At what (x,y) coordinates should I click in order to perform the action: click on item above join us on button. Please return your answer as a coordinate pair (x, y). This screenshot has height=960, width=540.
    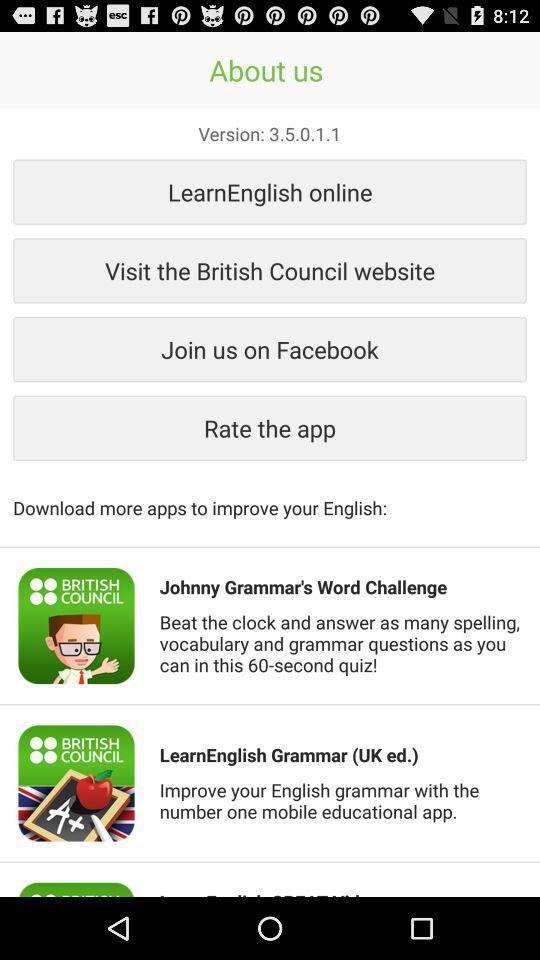
    Looking at the image, I should click on (270, 269).